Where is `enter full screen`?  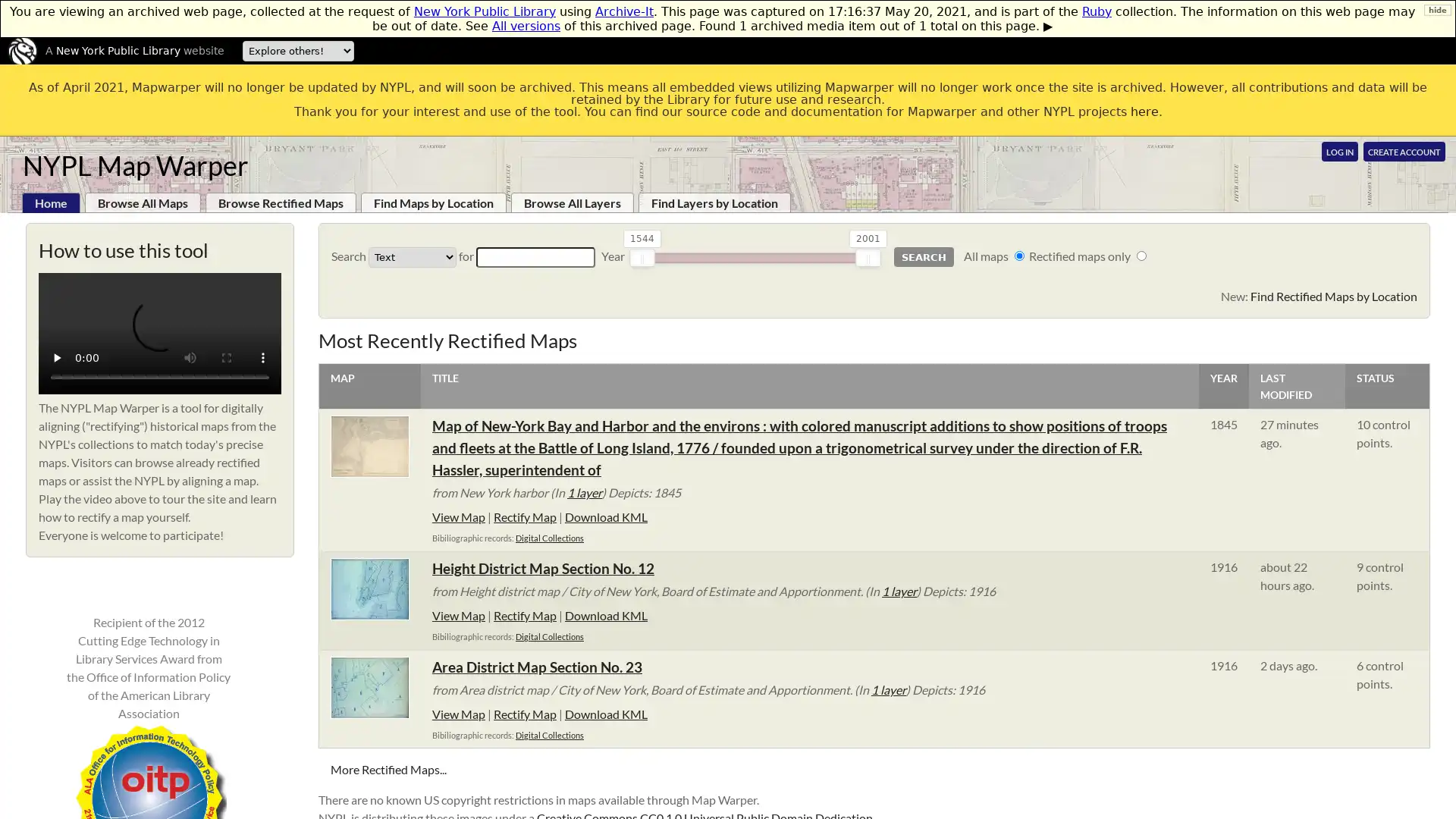 enter full screen is located at coordinates (225, 357).